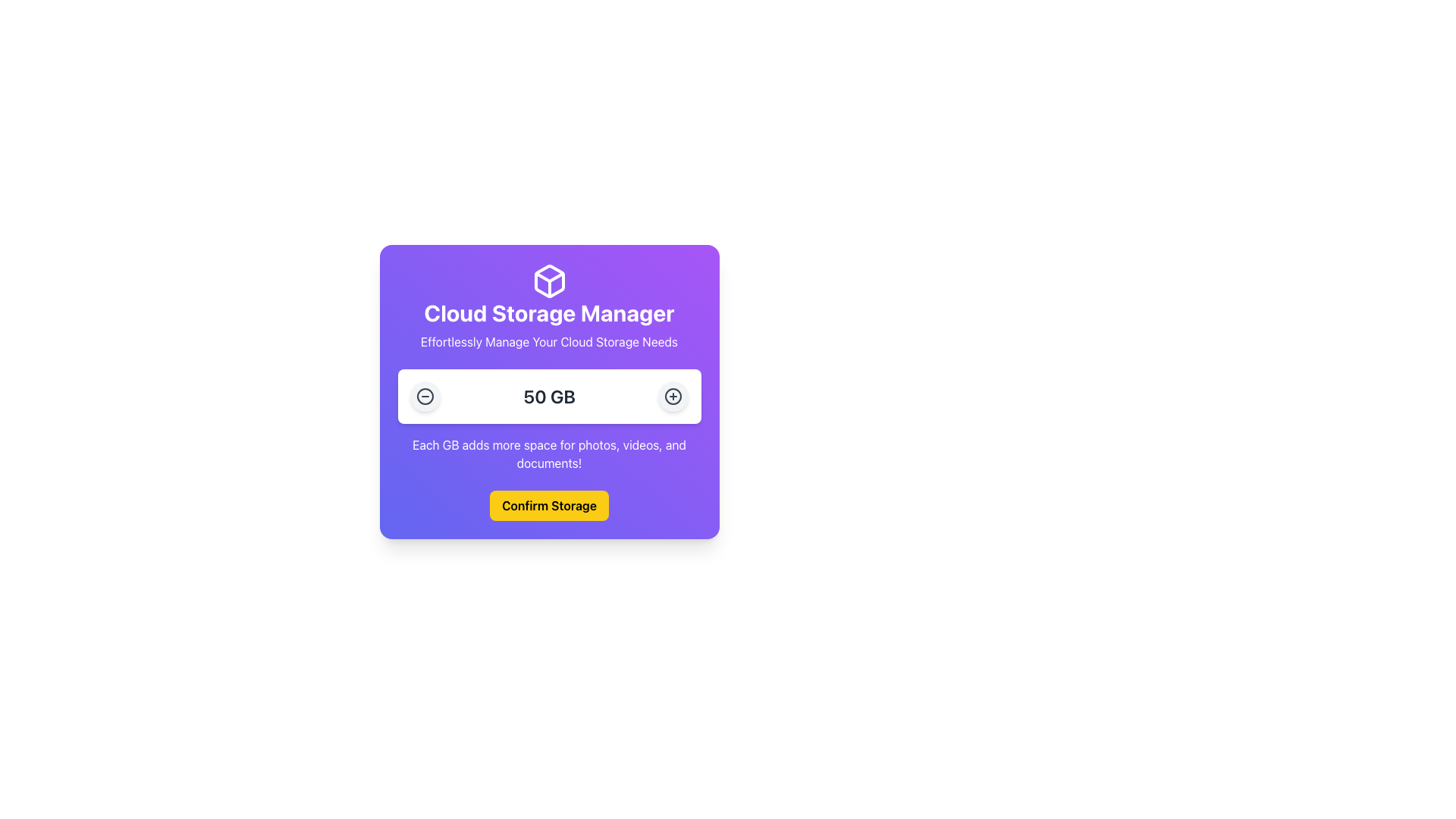  What do you see at coordinates (673, 396) in the screenshot?
I see `the circular icon that represents a plus symbol` at bounding box center [673, 396].